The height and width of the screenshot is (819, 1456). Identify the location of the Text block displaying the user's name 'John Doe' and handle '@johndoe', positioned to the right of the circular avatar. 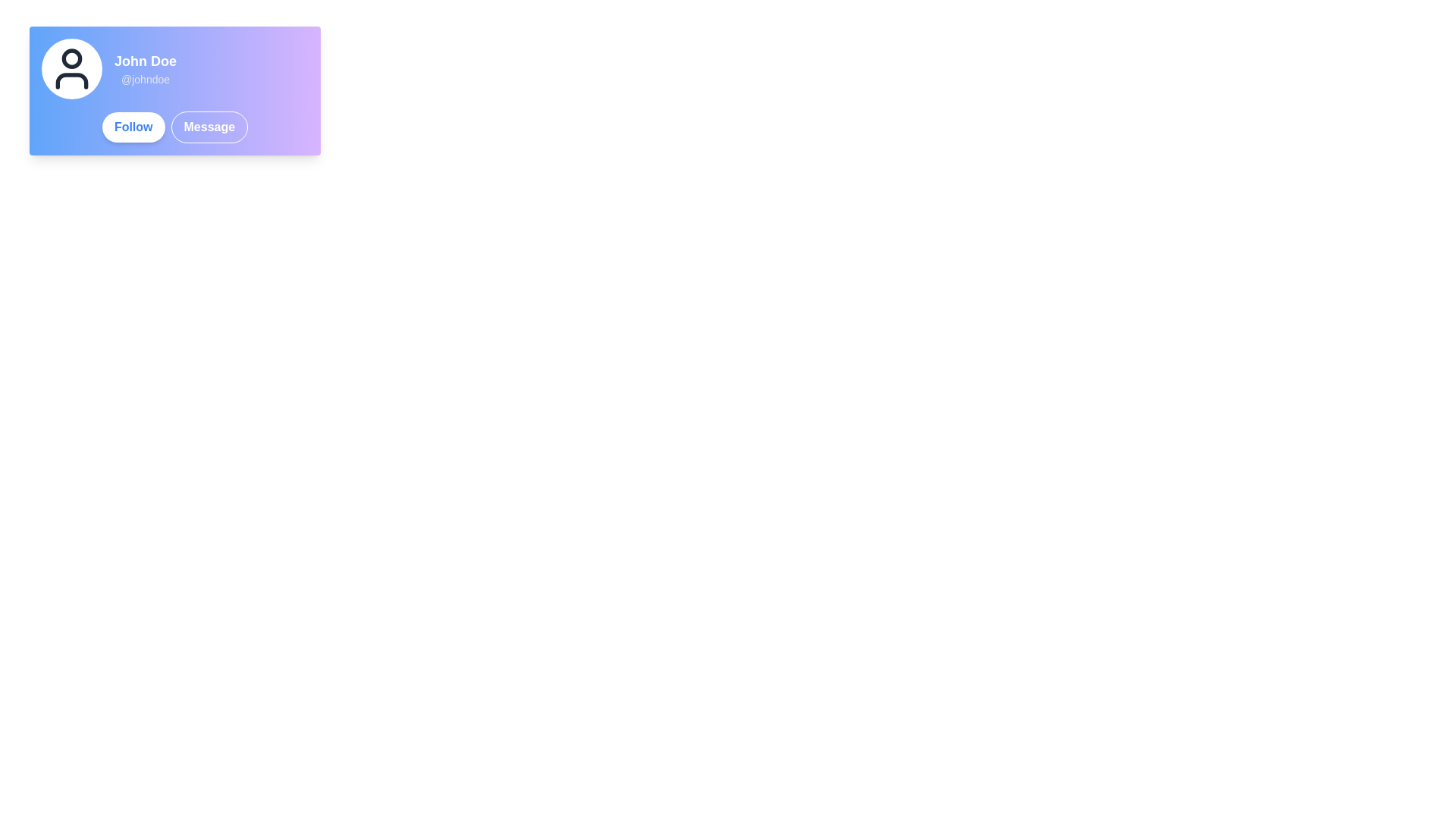
(146, 69).